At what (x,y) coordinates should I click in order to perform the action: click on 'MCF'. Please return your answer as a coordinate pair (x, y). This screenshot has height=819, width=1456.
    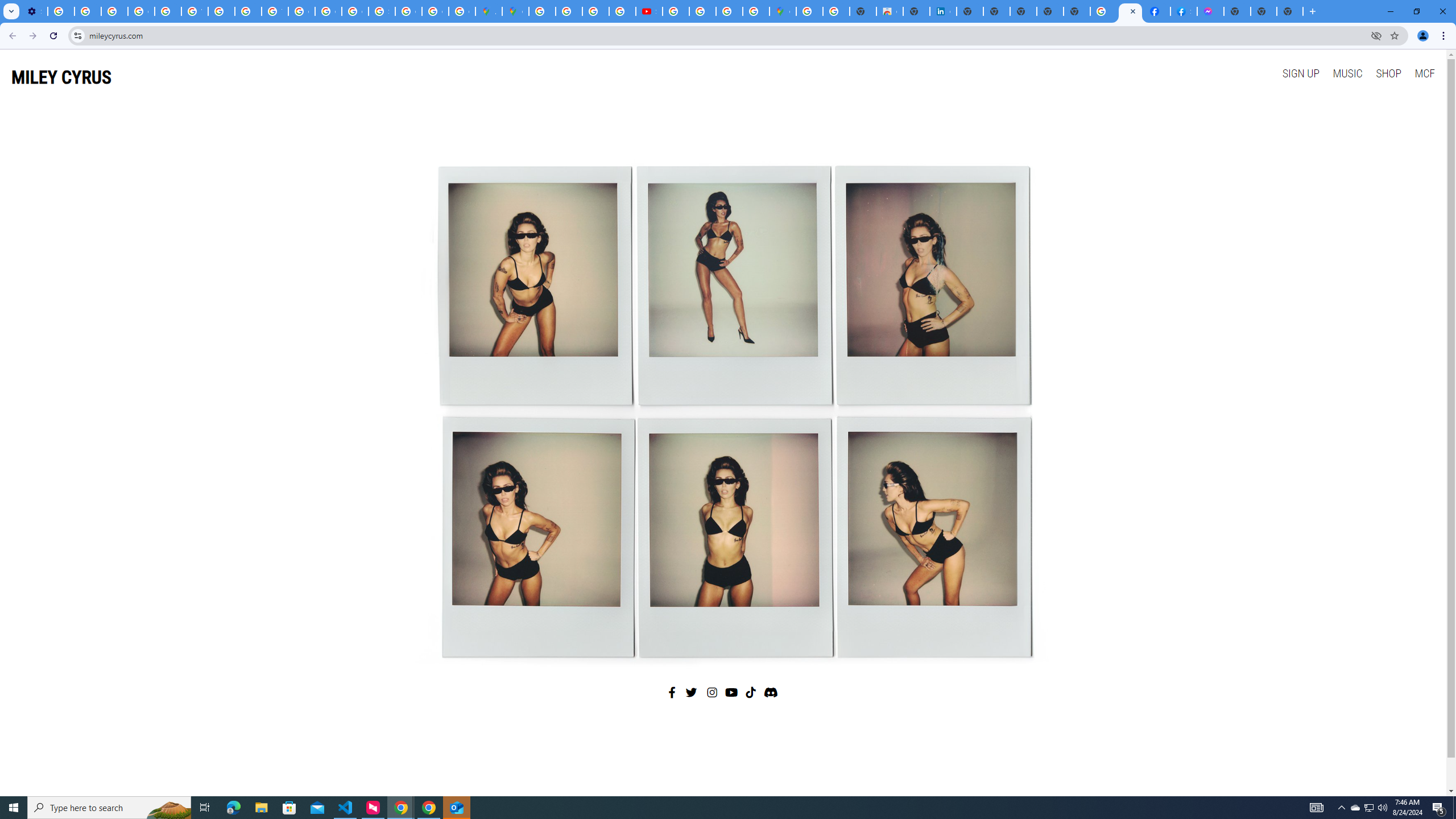
    Looking at the image, I should click on (1424, 72).